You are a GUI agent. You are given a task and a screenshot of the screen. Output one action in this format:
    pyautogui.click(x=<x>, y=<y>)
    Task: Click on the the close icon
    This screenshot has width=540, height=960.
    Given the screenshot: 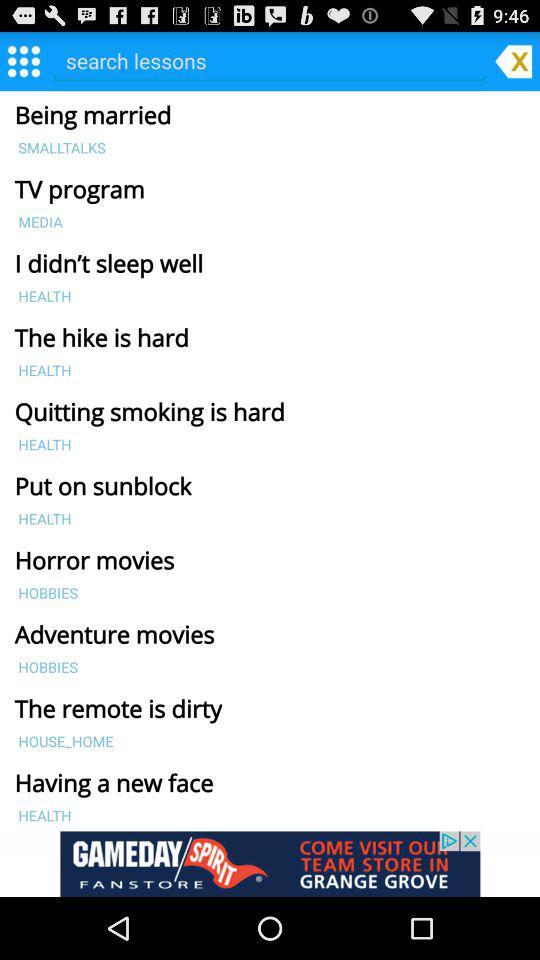 What is the action you would take?
    pyautogui.click(x=513, y=65)
    